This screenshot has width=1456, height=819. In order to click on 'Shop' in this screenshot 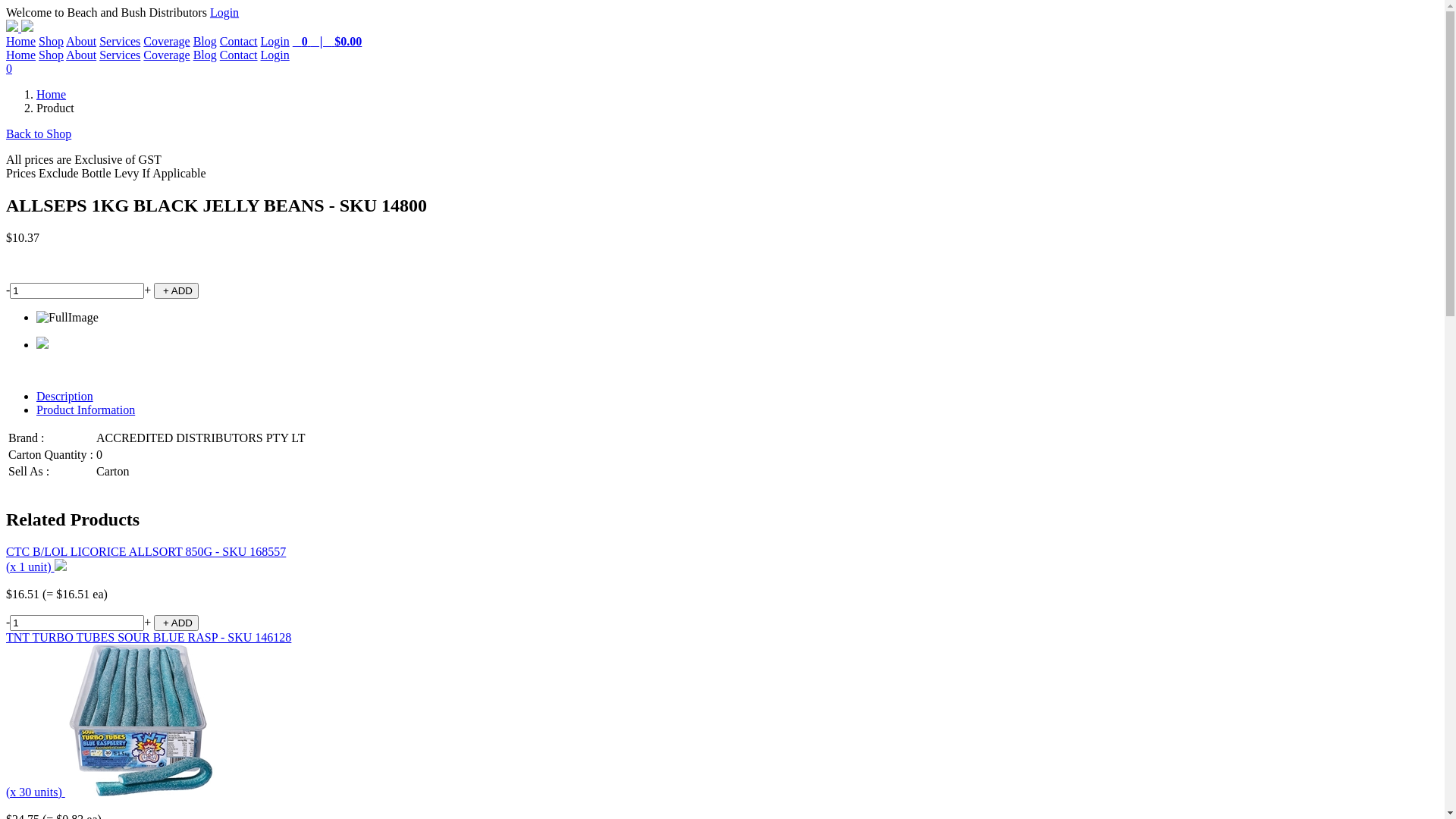, I will do `click(51, 40)`.